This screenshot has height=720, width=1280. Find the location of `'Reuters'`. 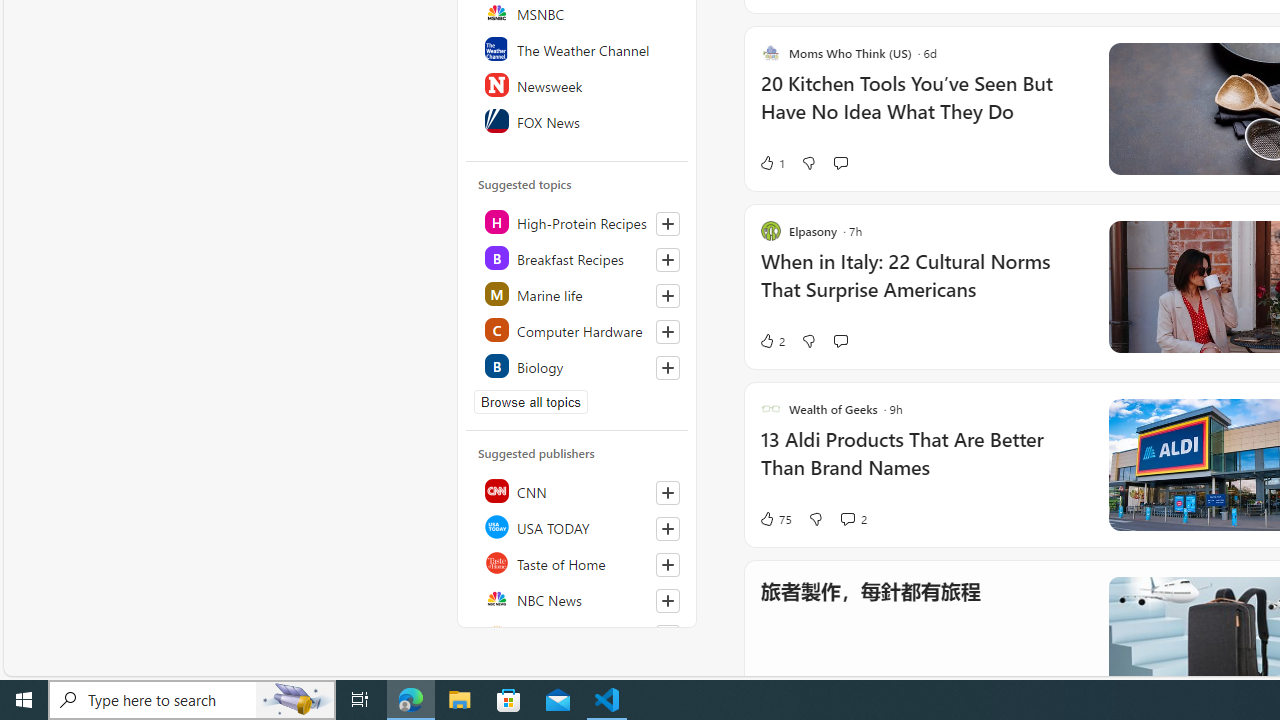

'Reuters' is located at coordinates (577, 635).